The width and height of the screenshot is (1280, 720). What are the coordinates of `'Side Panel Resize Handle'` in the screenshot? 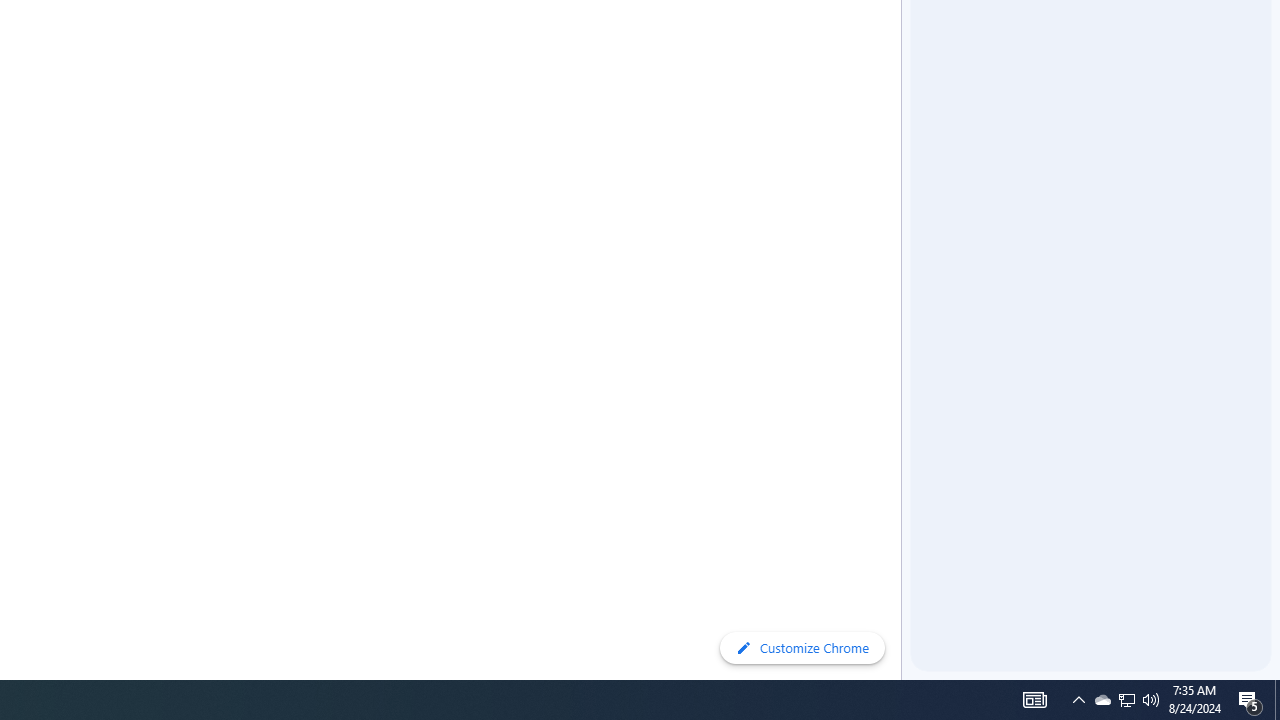 It's located at (904, 39).